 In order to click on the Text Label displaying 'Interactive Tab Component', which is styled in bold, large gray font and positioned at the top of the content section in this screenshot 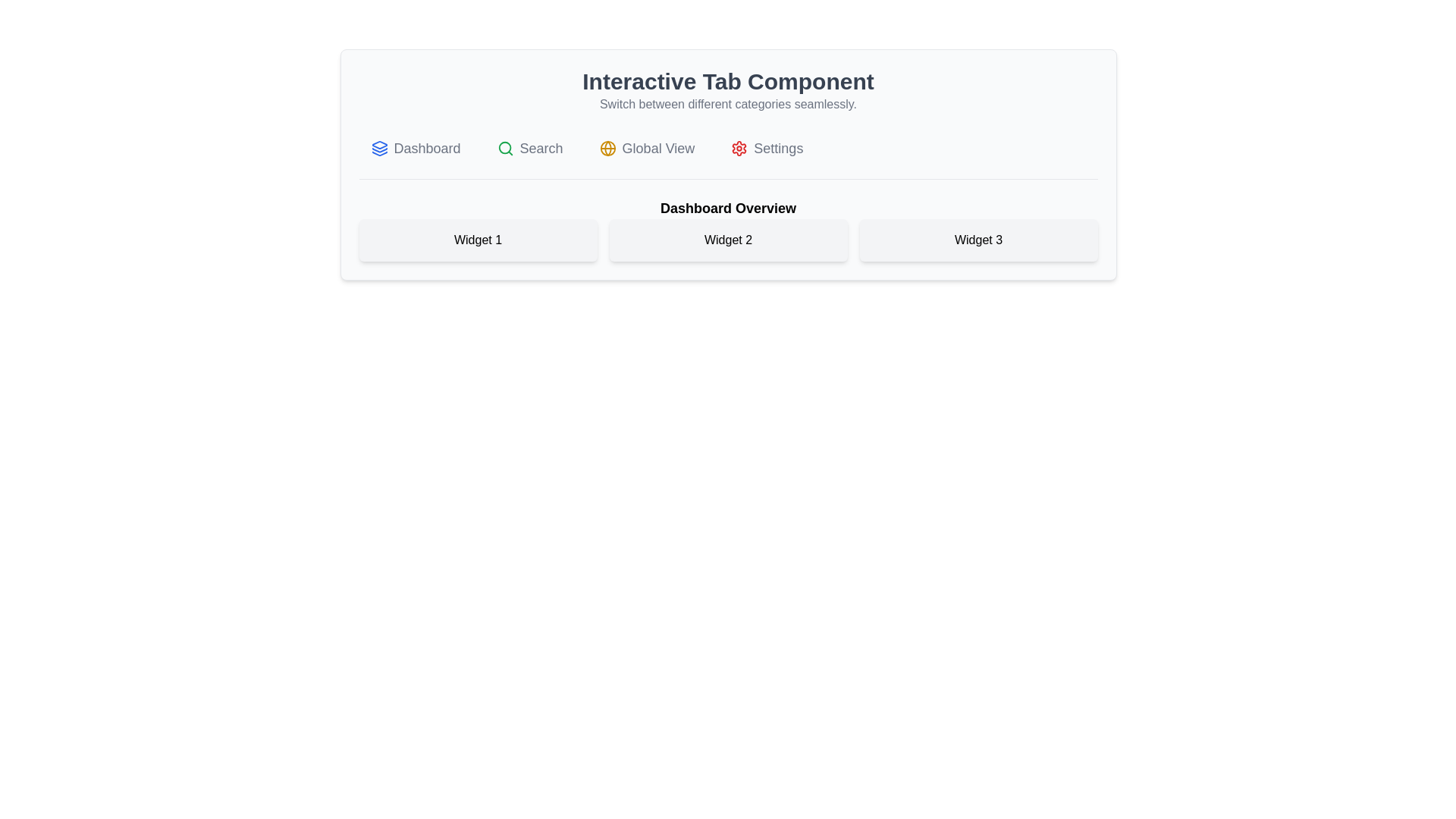, I will do `click(728, 82)`.